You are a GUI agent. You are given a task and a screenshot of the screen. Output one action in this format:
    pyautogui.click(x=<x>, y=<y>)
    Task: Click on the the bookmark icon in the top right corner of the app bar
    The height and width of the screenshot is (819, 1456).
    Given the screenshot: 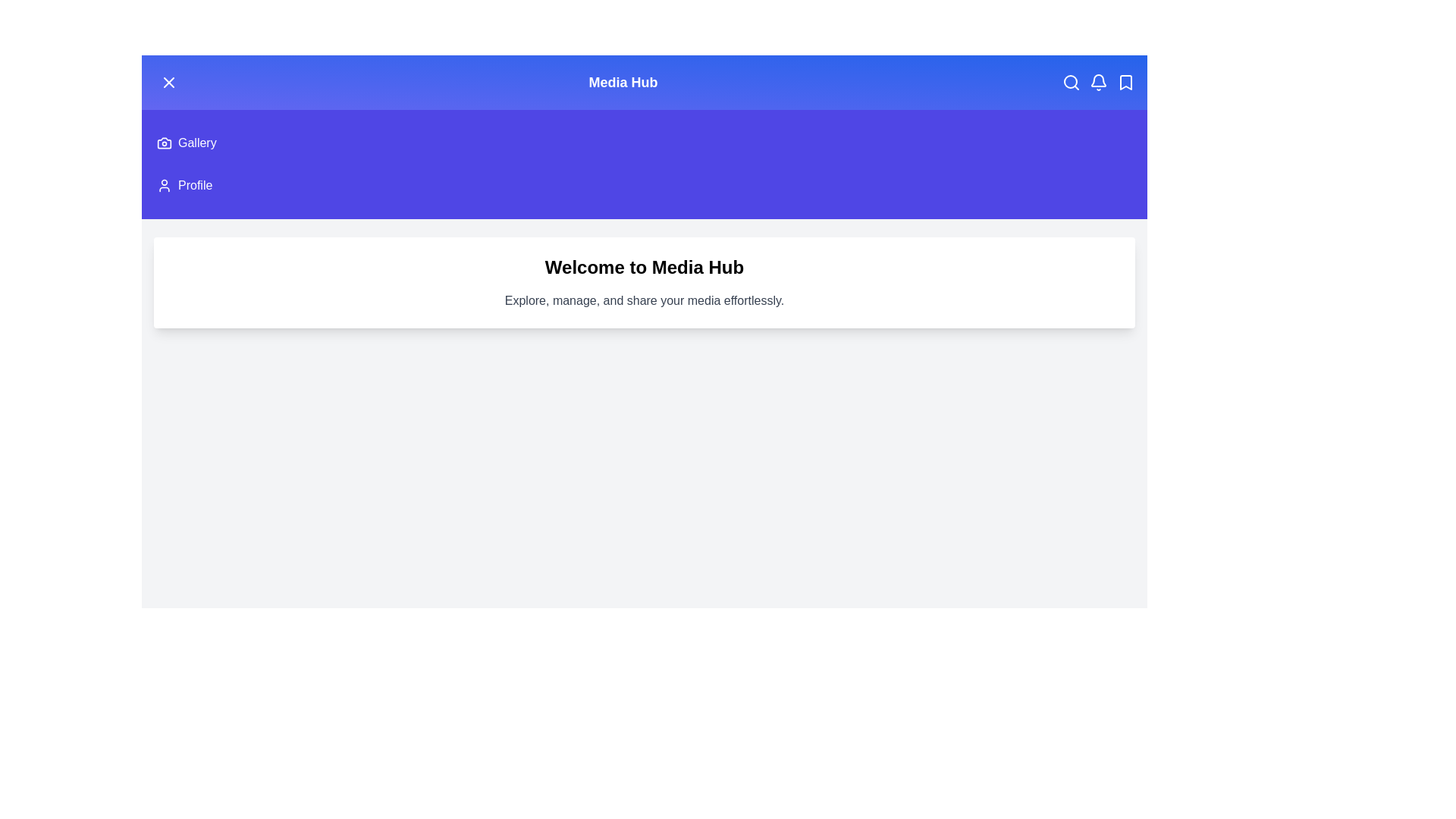 What is the action you would take?
    pyautogui.click(x=1125, y=82)
    